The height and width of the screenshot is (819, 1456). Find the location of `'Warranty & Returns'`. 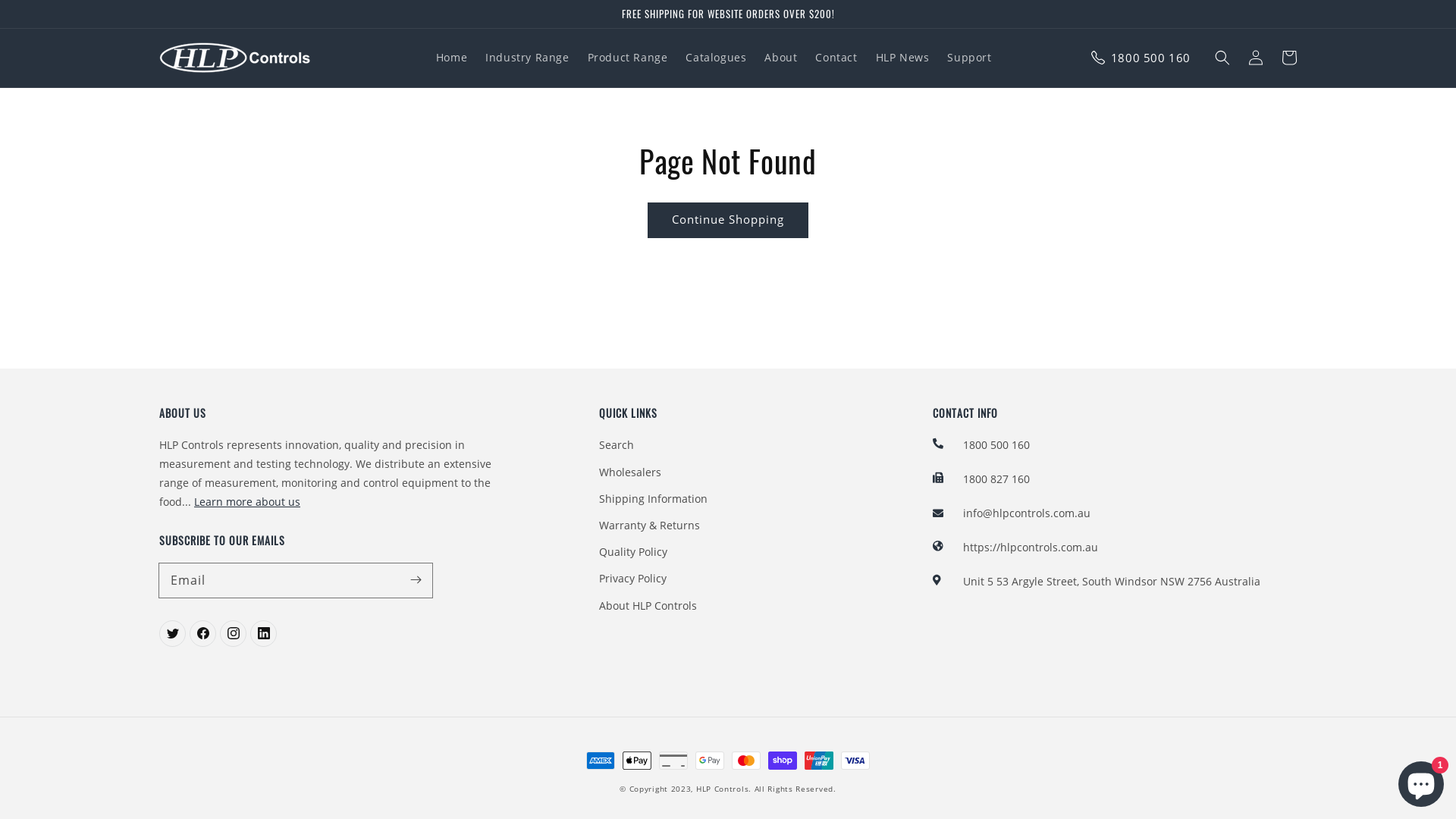

'Warranty & Returns' is located at coordinates (649, 524).